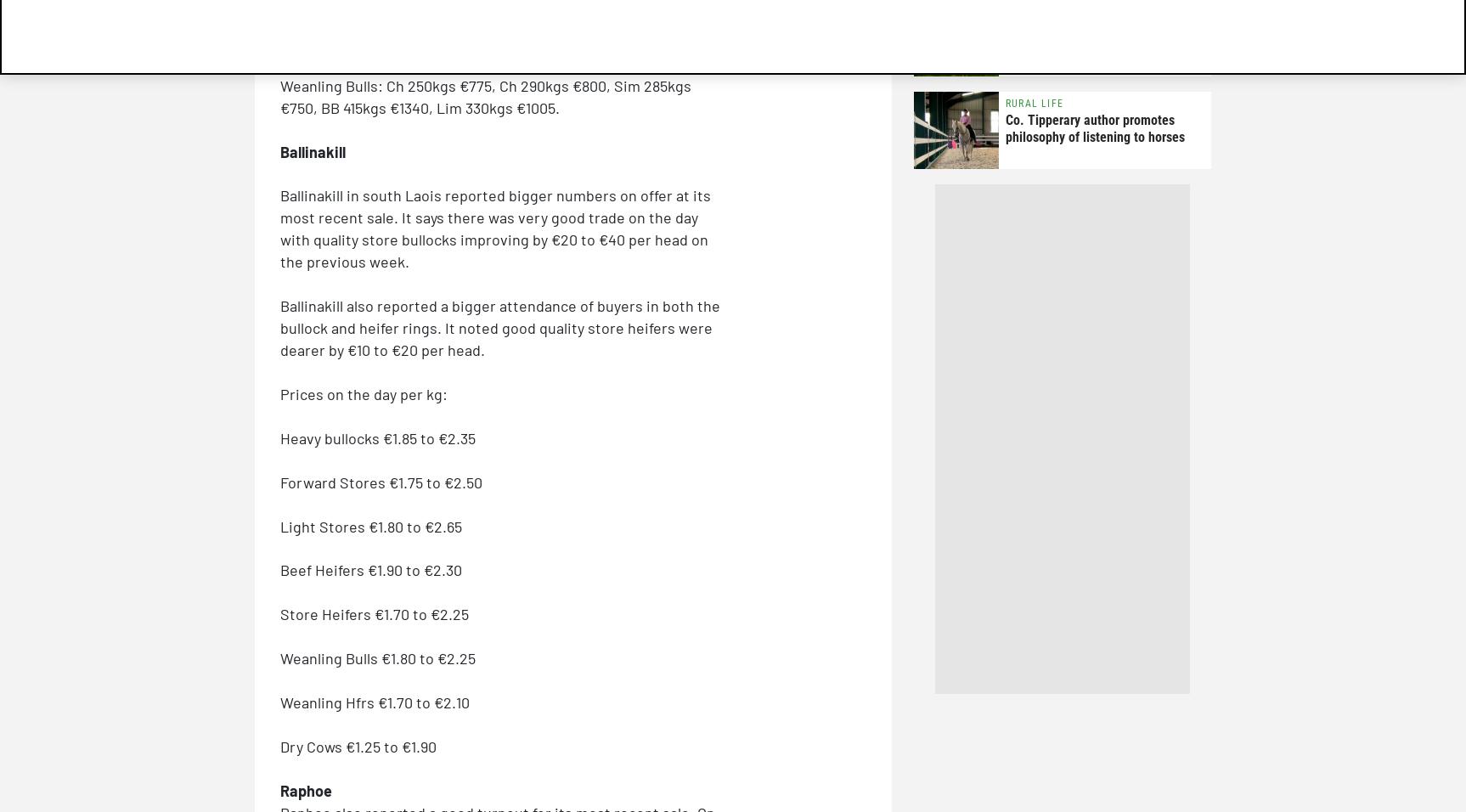  Describe the element at coordinates (499, 28) in the screenshot. I see `'Weanling Heifers: Chx 290kgs €915, Lim 260kgs €760, Lim 395kgs €1125, Ch 325kgs €995, AA 315kgs €775.'` at that location.